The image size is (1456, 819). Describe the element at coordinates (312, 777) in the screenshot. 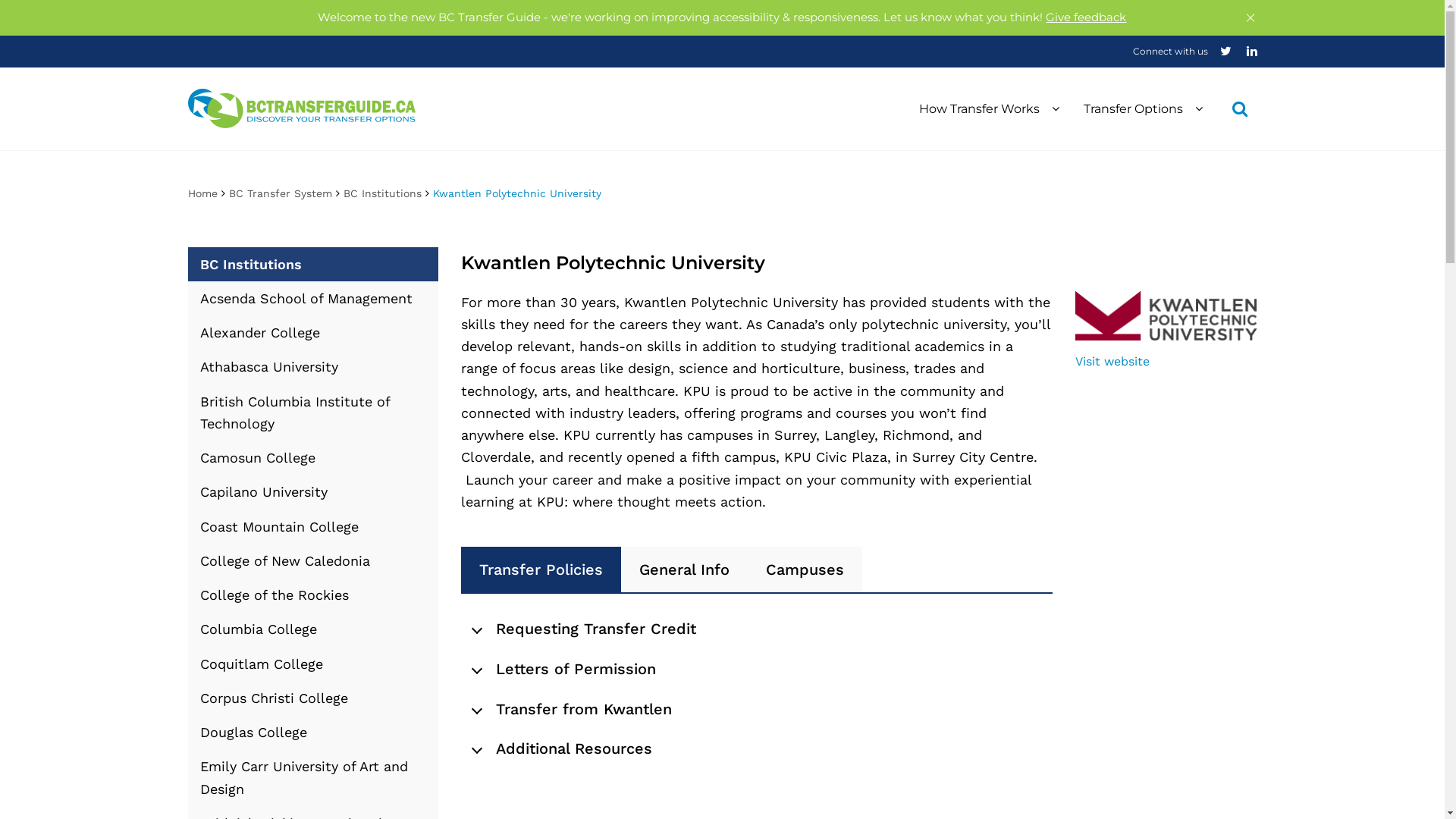

I see `'Emily Carr University of Art and Design'` at that location.